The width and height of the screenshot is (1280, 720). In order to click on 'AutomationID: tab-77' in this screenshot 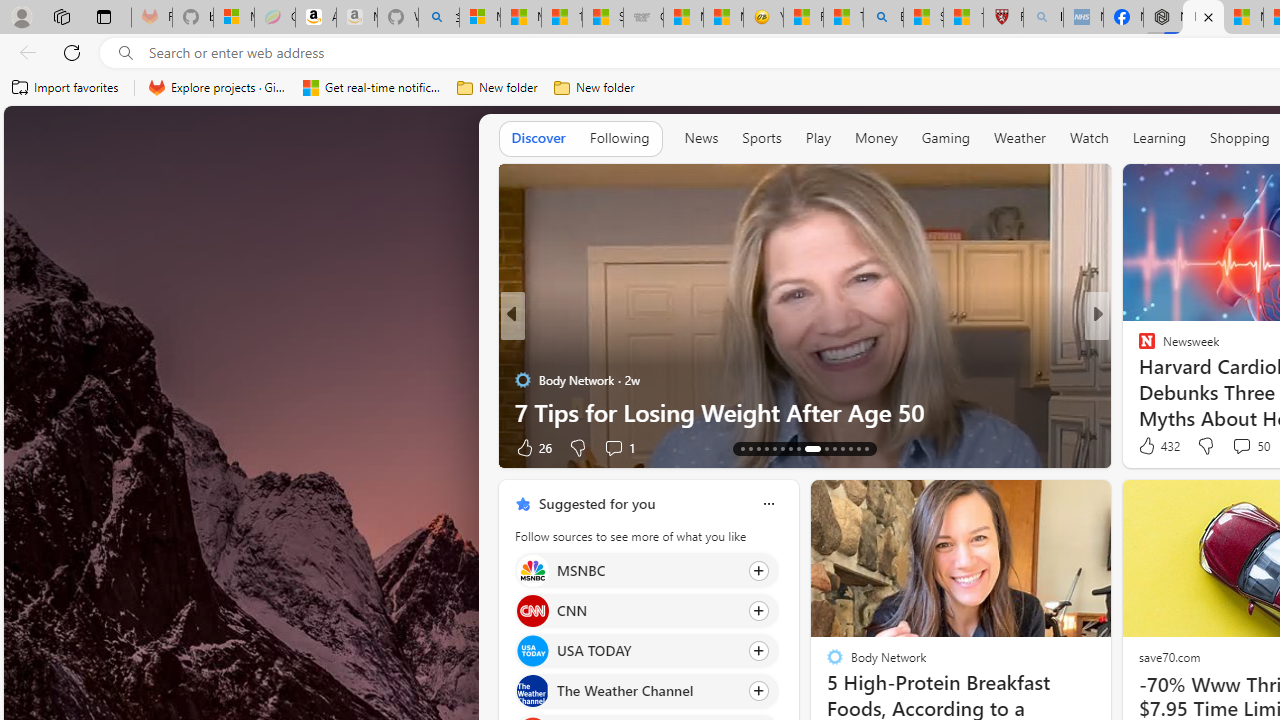, I will do `click(842, 447)`.